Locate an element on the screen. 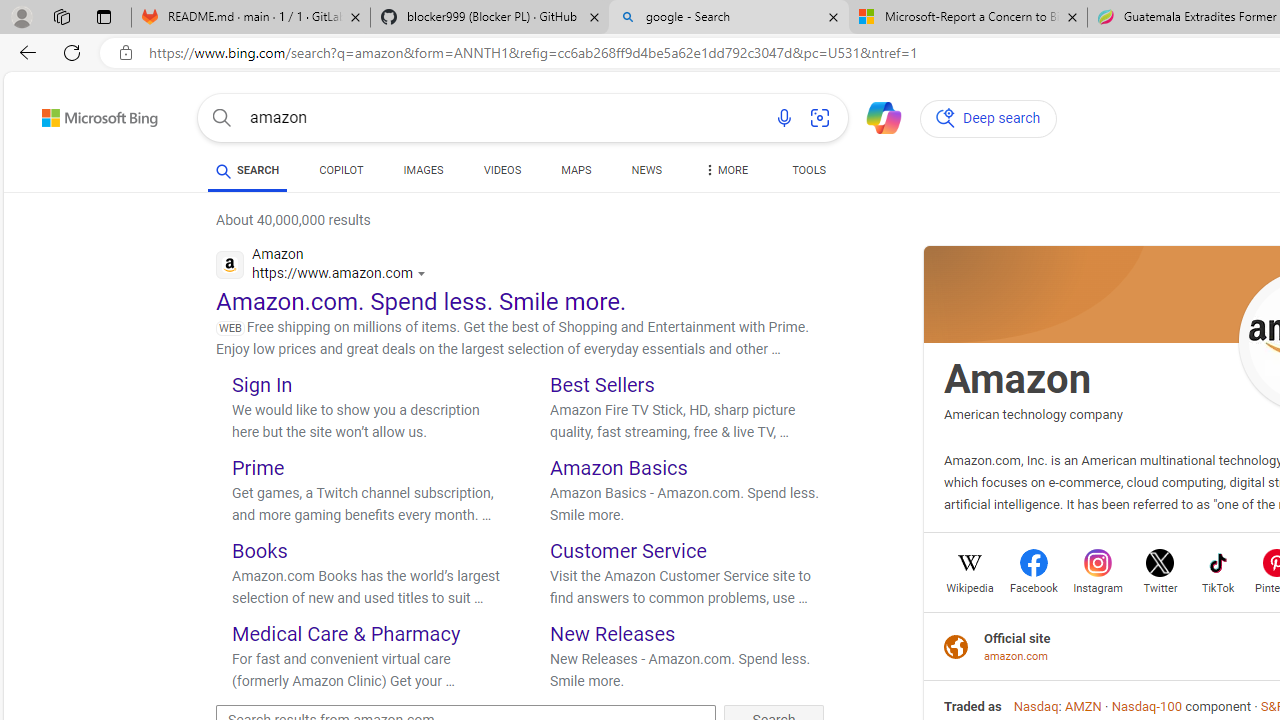  'Facebook' is located at coordinates (1034, 585).